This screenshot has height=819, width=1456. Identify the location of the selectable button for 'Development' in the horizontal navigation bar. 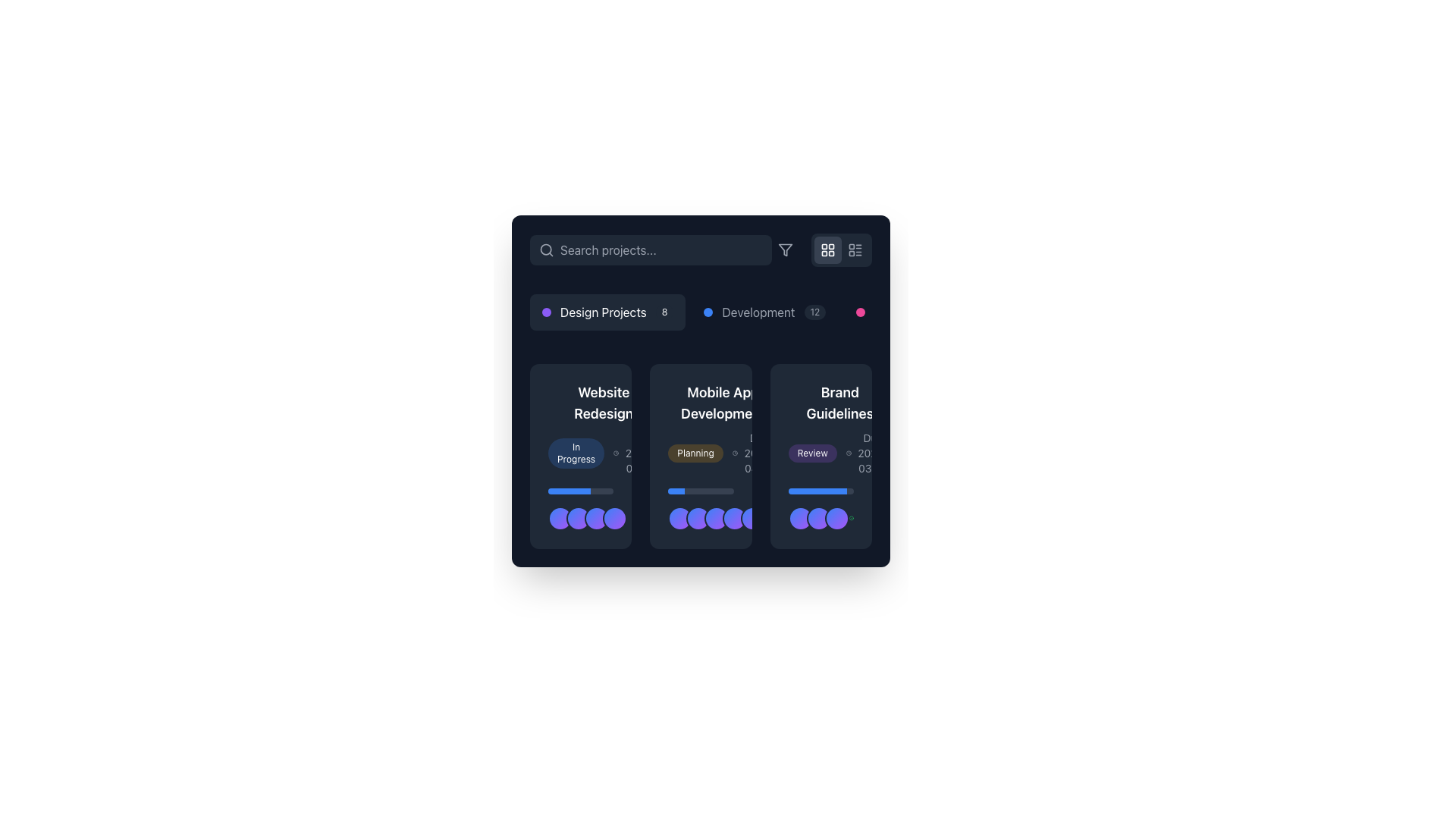
(764, 312).